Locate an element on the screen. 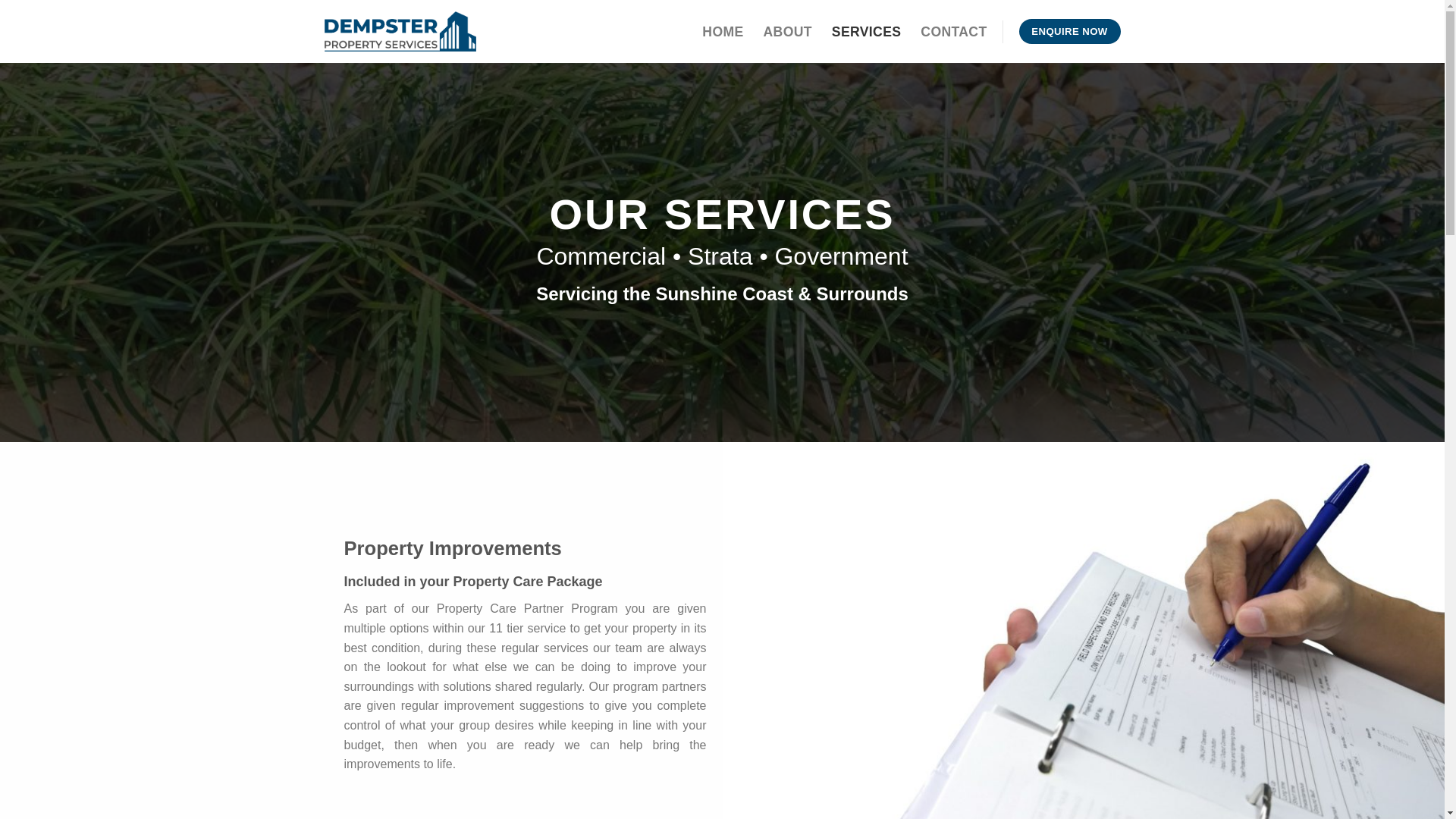 The width and height of the screenshot is (1456, 819). 'ENQUIRE NOW' is located at coordinates (1069, 32).